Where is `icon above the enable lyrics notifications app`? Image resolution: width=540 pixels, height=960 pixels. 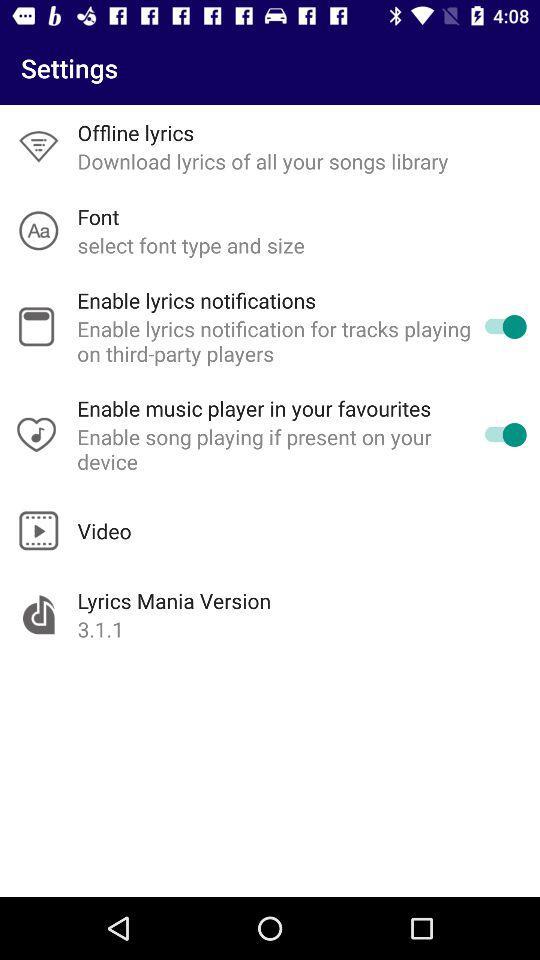
icon above the enable lyrics notifications app is located at coordinates (191, 244).